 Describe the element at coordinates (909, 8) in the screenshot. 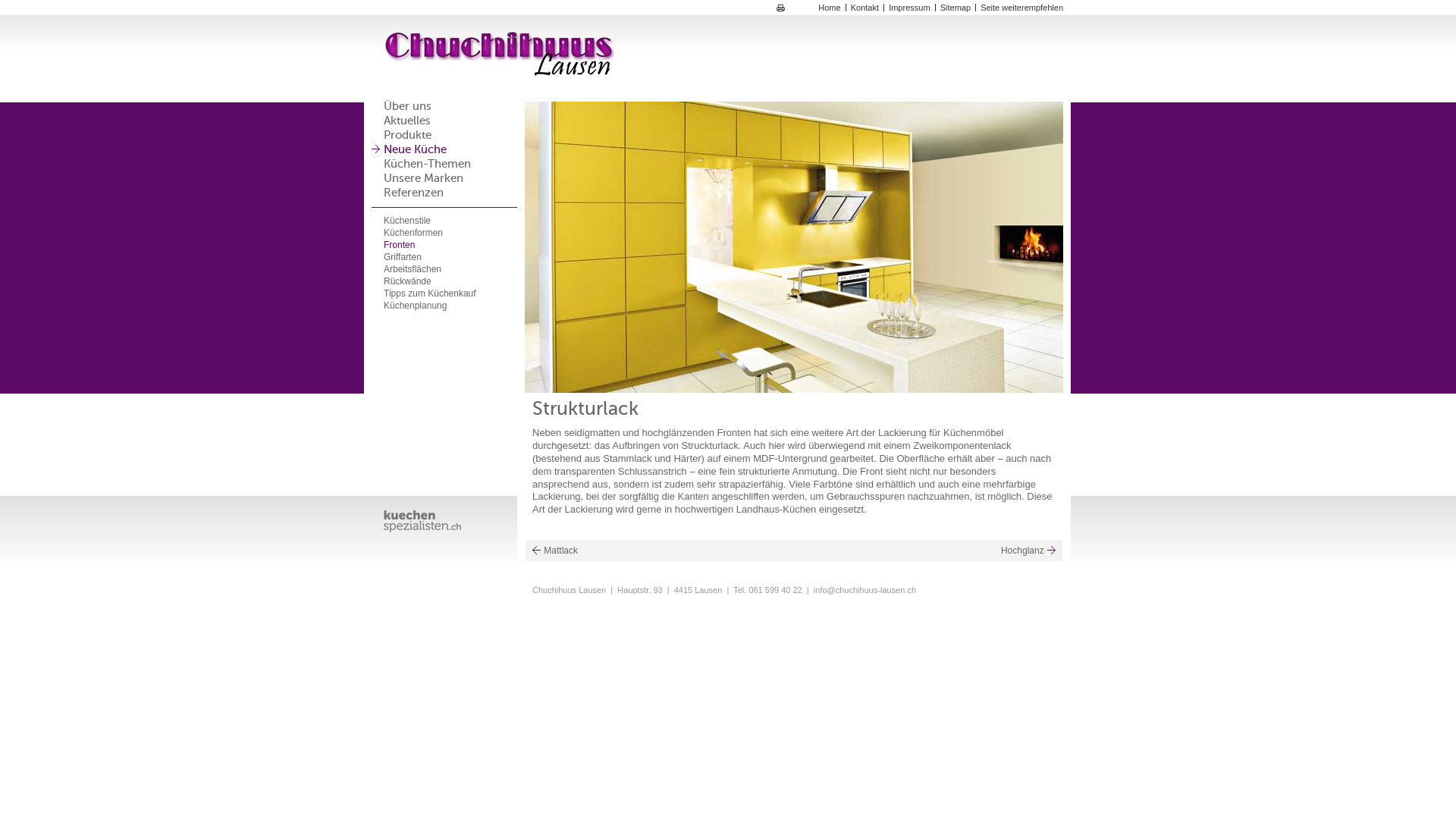

I see `'Impressum'` at that location.